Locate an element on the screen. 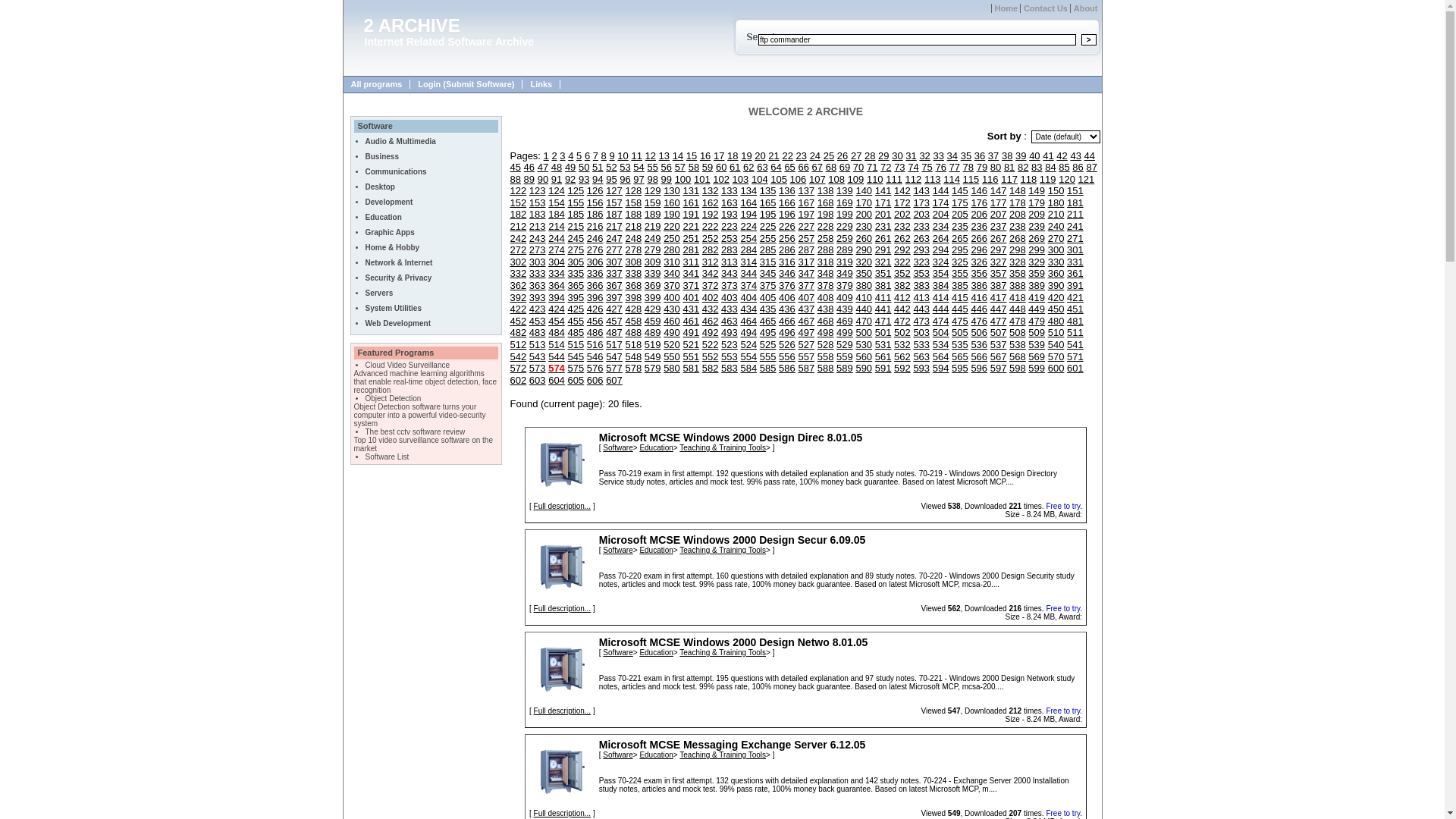  '315' is located at coordinates (767, 261).